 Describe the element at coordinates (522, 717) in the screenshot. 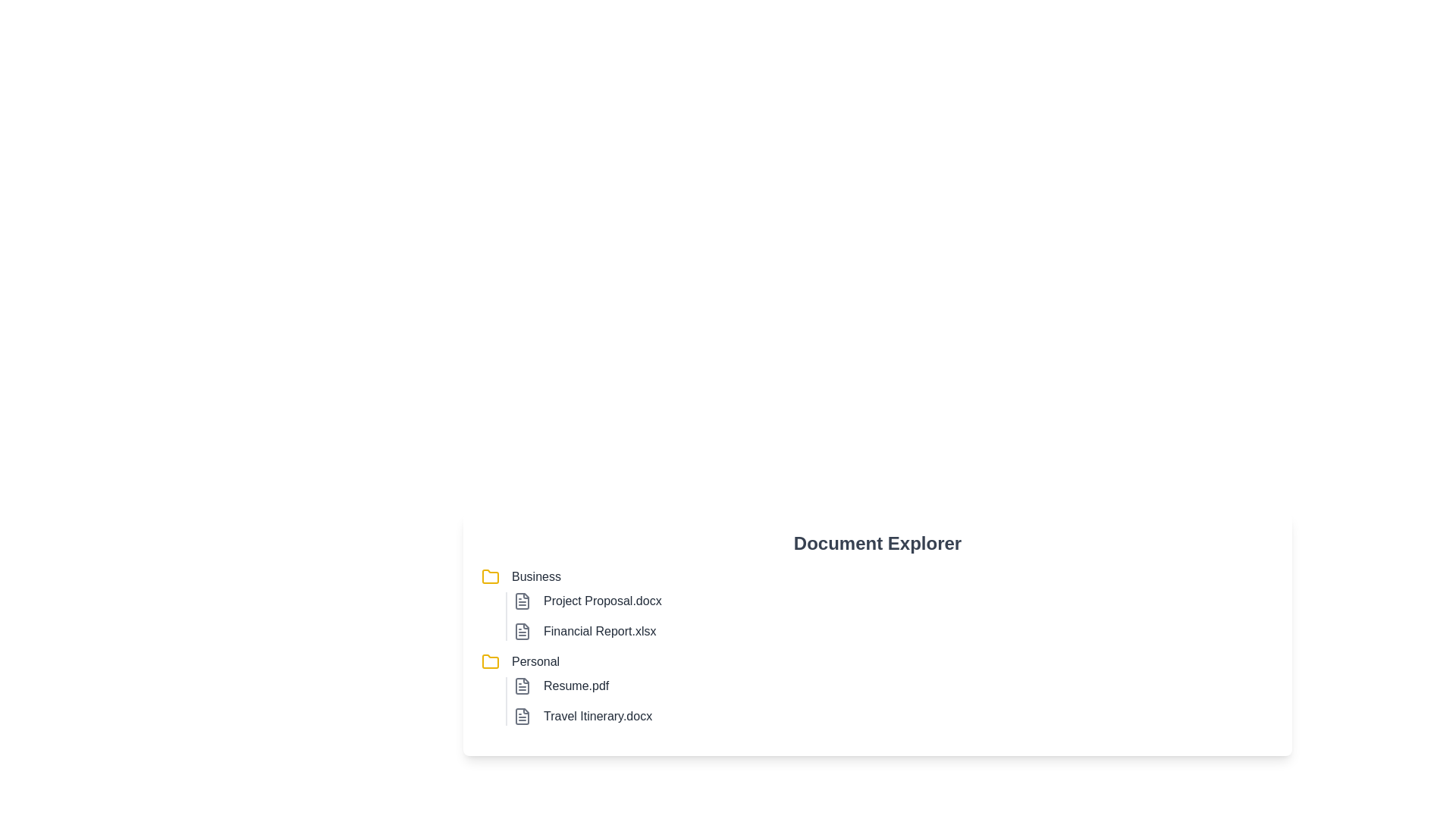

I see `the document-shaped SVG icon associated with 'Travel Itinerary.docx' located in the second group under the 'Personal' folder` at that location.